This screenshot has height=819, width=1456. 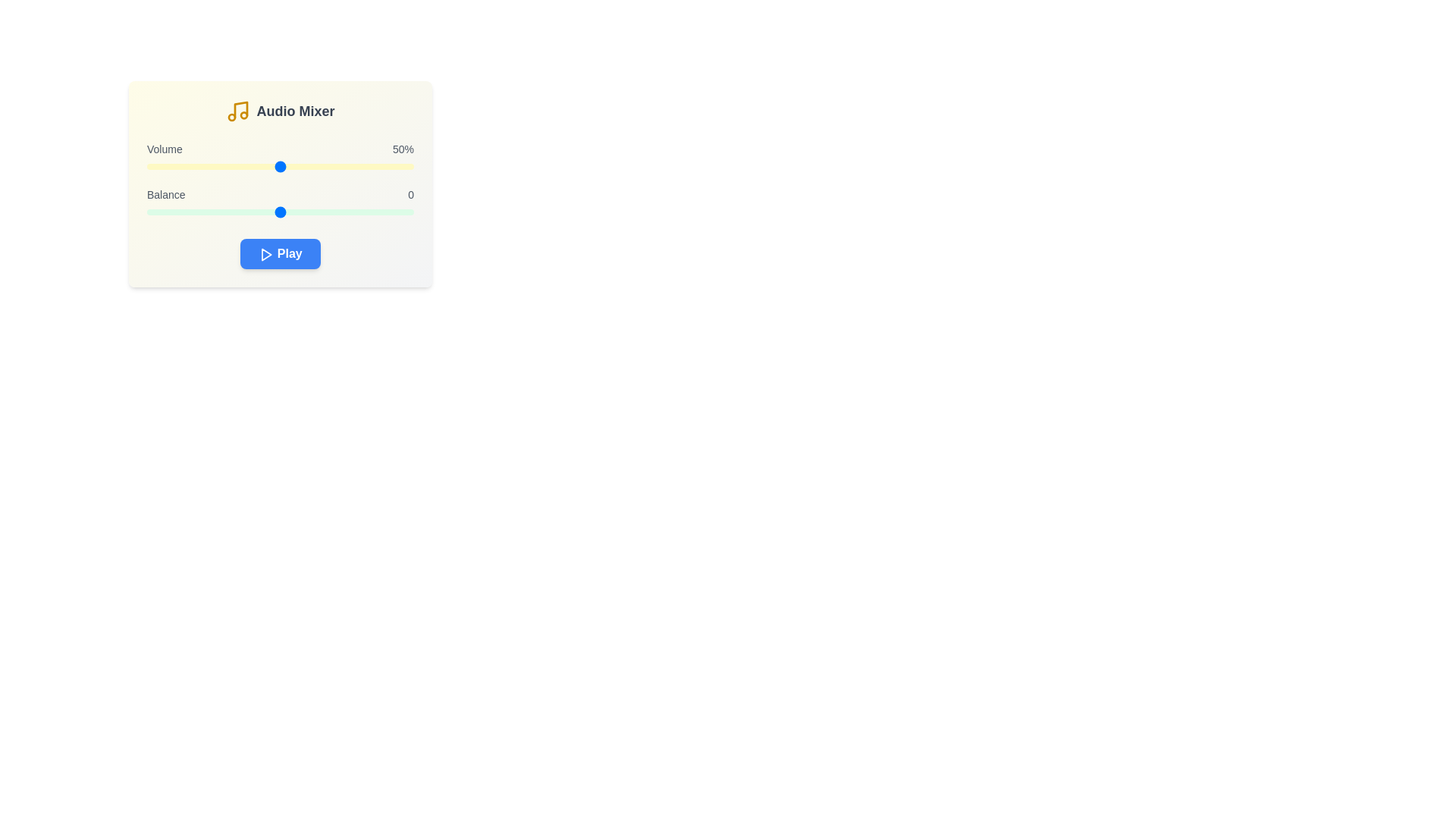 I want to click on balance, so click(x=240, y=212).